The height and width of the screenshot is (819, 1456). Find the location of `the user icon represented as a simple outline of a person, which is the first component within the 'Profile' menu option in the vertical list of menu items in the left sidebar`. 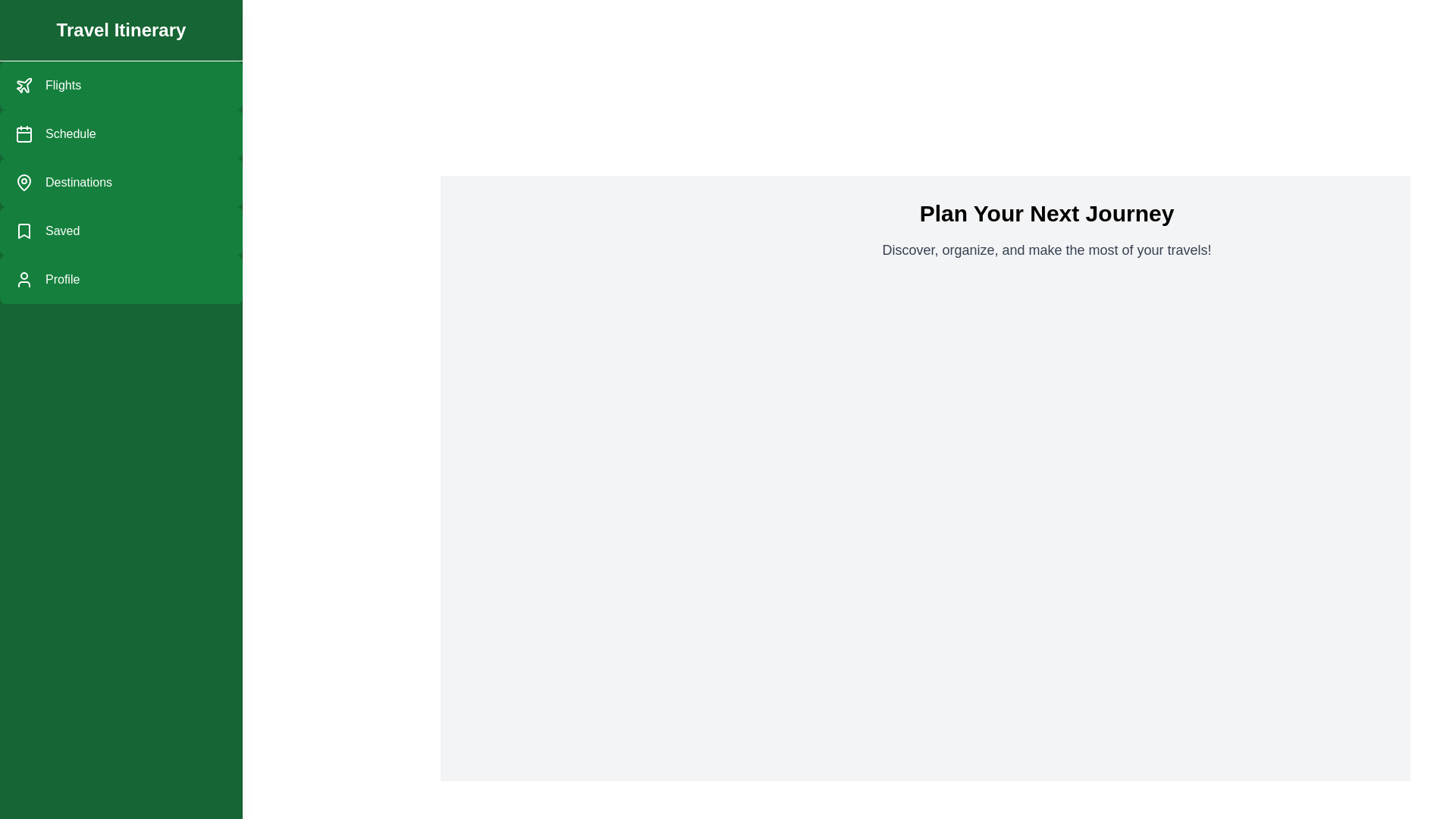

the user icon represented as a simple outline of a person, which is the first component within the 'Profile' menu option in the vertical list of menu items in the left sidebar is located at coordinates (24, 280).